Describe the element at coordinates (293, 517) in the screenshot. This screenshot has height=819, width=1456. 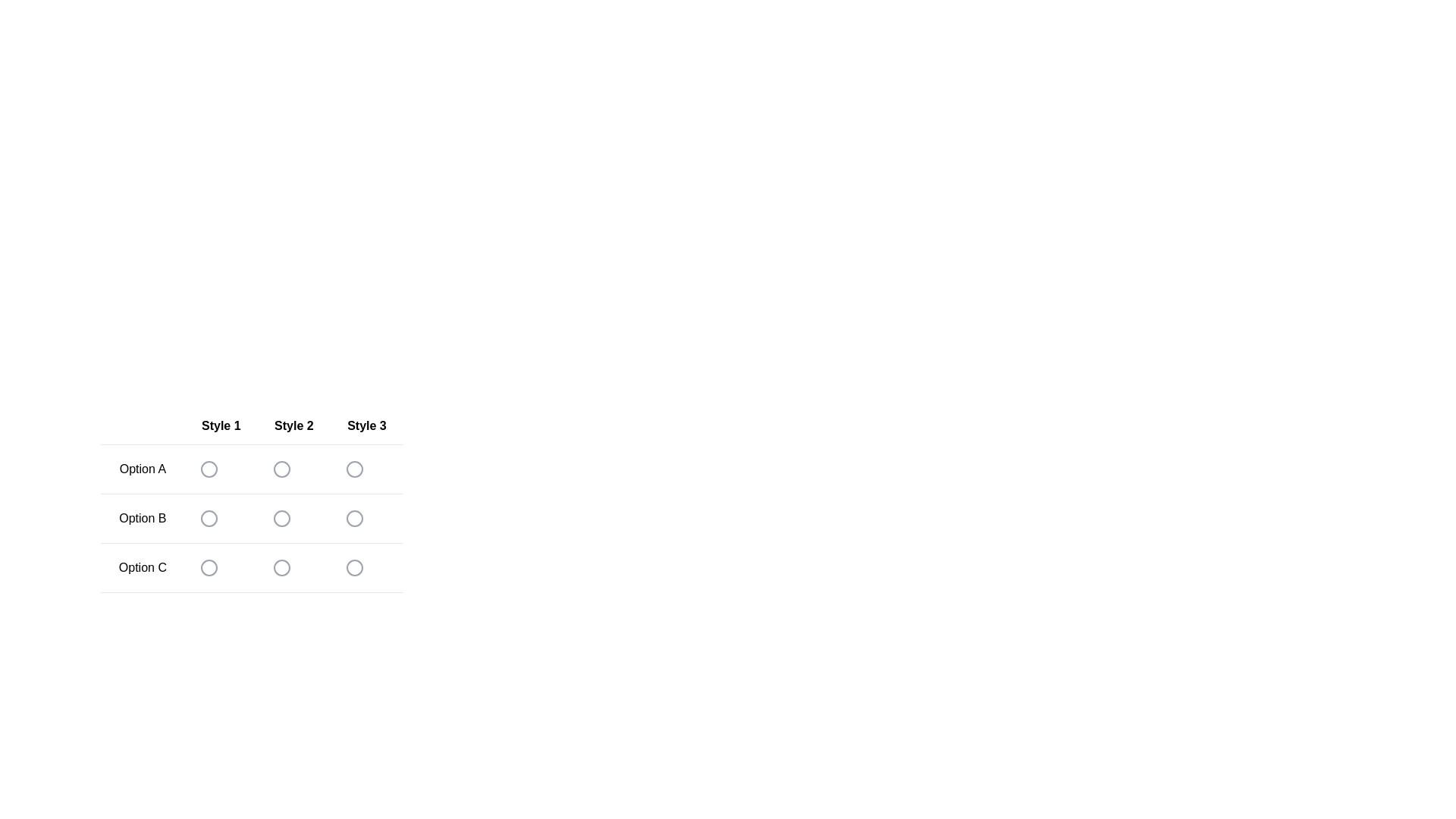
I see `the circular radio button labeled 'Option B'` at that location.